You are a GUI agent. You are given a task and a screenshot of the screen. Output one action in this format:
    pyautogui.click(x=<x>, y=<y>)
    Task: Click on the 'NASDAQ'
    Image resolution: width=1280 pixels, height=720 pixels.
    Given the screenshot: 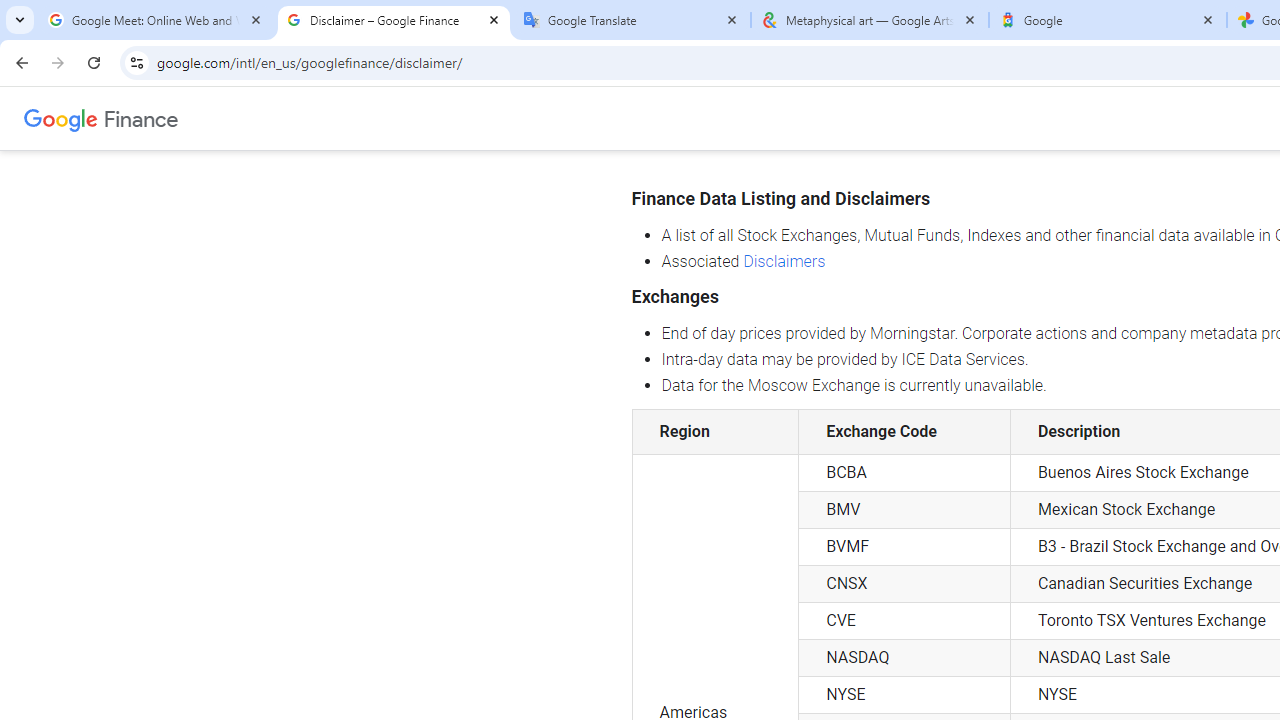 What is the action you would take?
    pyautogui.click(x=903, y=658)
    